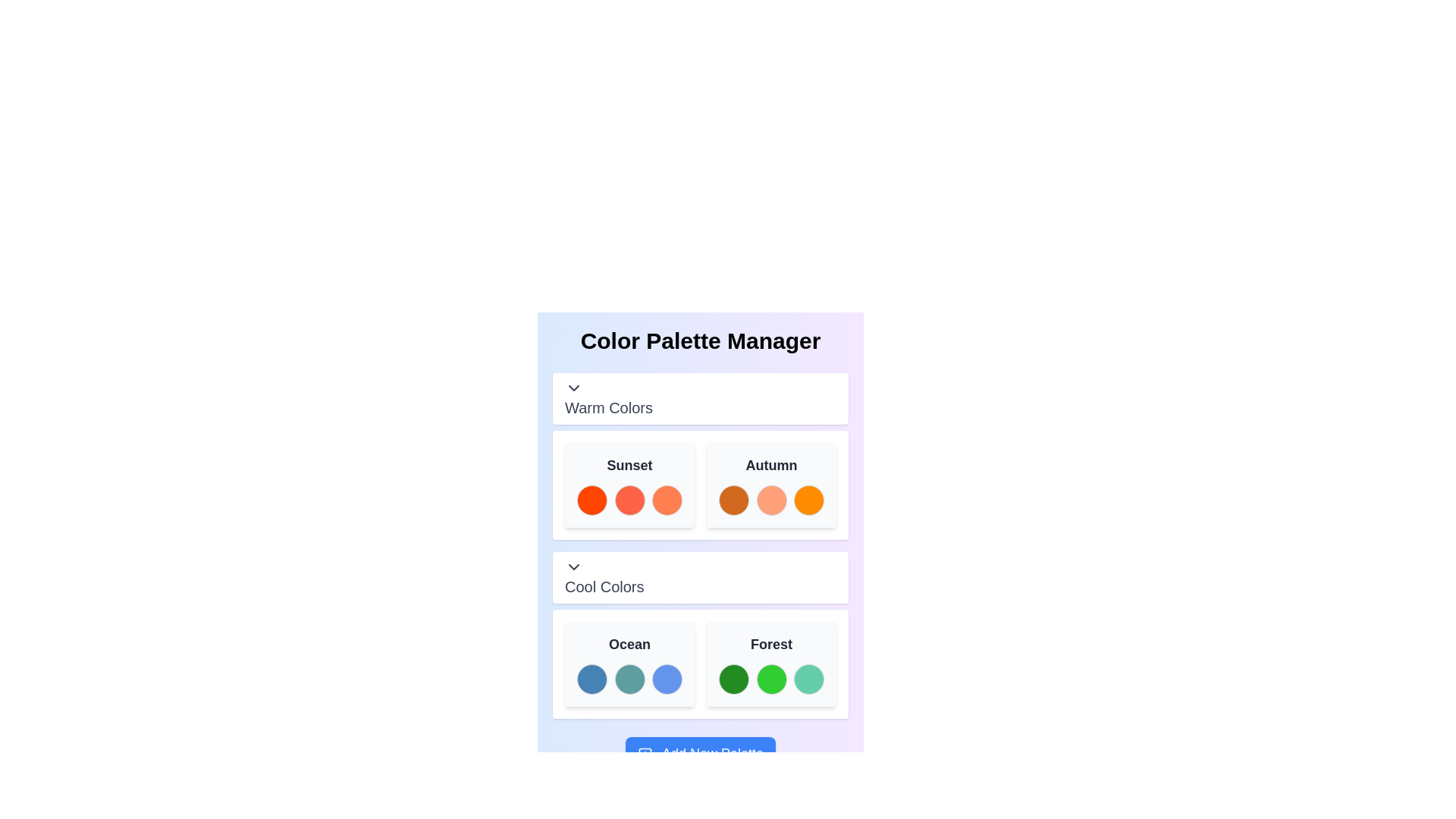 The image size is (1456, 819). What do you see at coordinates (734, 678) in the screenshot?
I see `the first circular color swatch with a green background in the 'Cool Colors' section of the 'Forest' palette` at bounding box center [734, 678].